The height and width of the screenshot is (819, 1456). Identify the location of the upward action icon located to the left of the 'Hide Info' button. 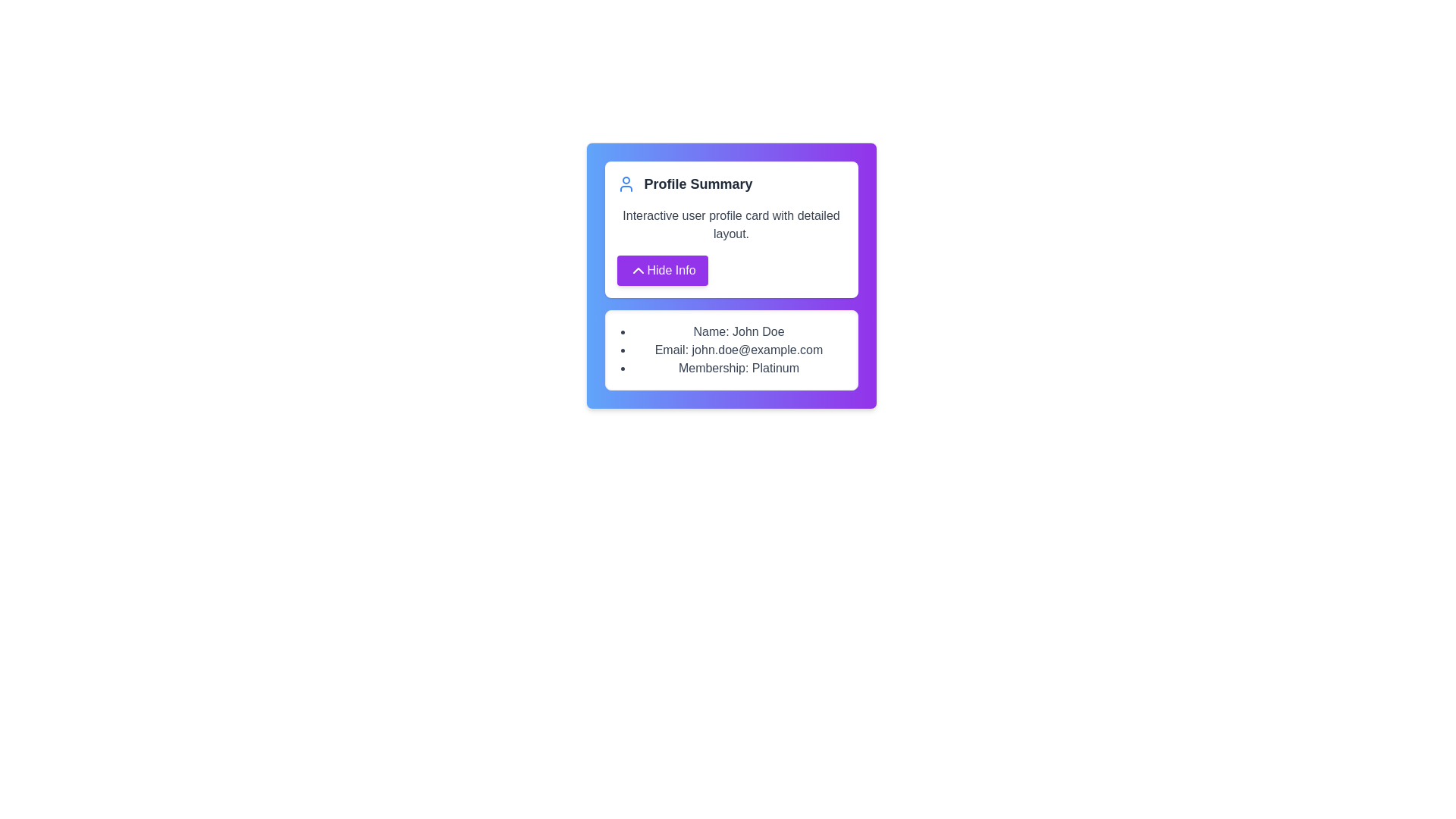
(638, 270).